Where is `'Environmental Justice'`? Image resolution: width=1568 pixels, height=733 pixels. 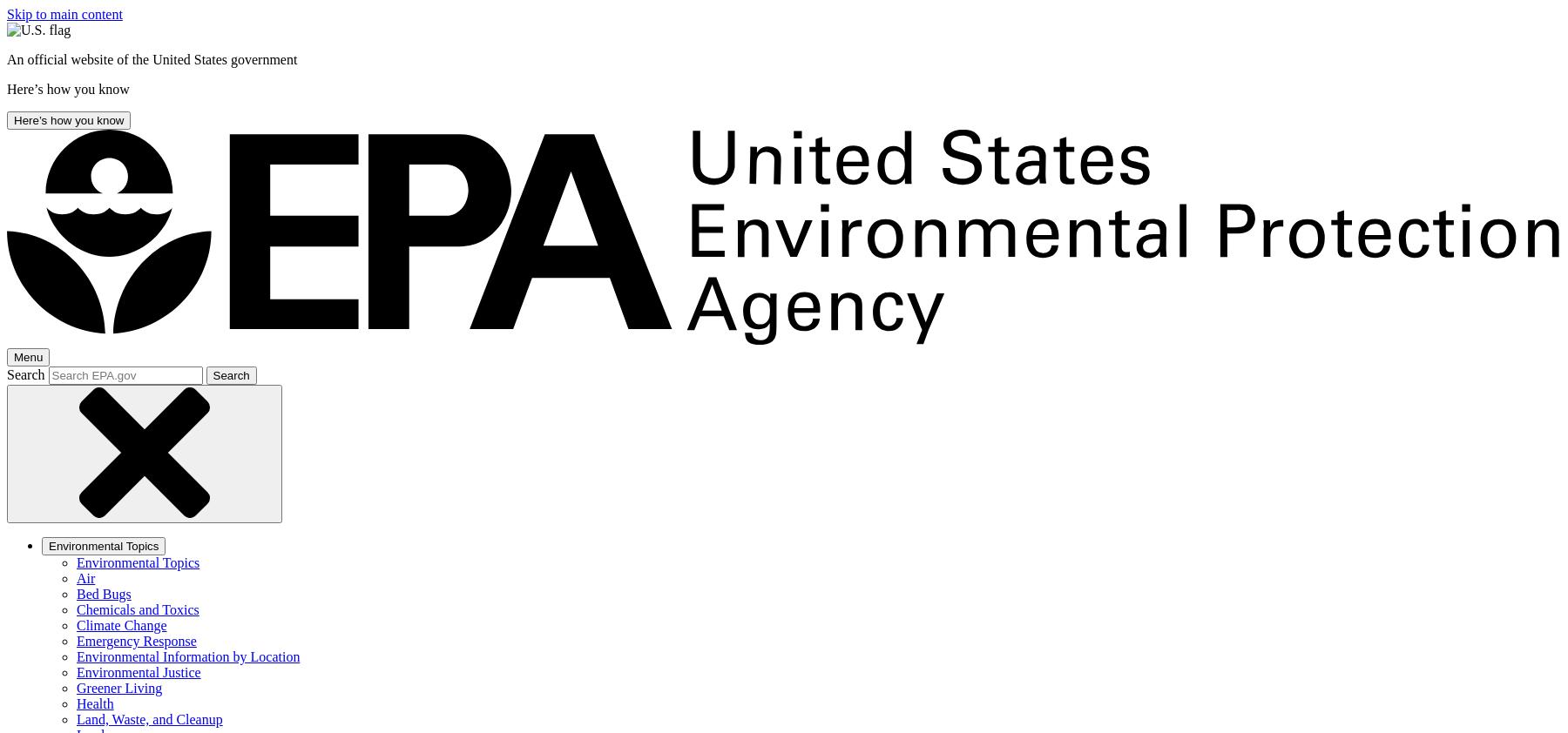
'Environmental Justice' is located at coordinates (138, 672).